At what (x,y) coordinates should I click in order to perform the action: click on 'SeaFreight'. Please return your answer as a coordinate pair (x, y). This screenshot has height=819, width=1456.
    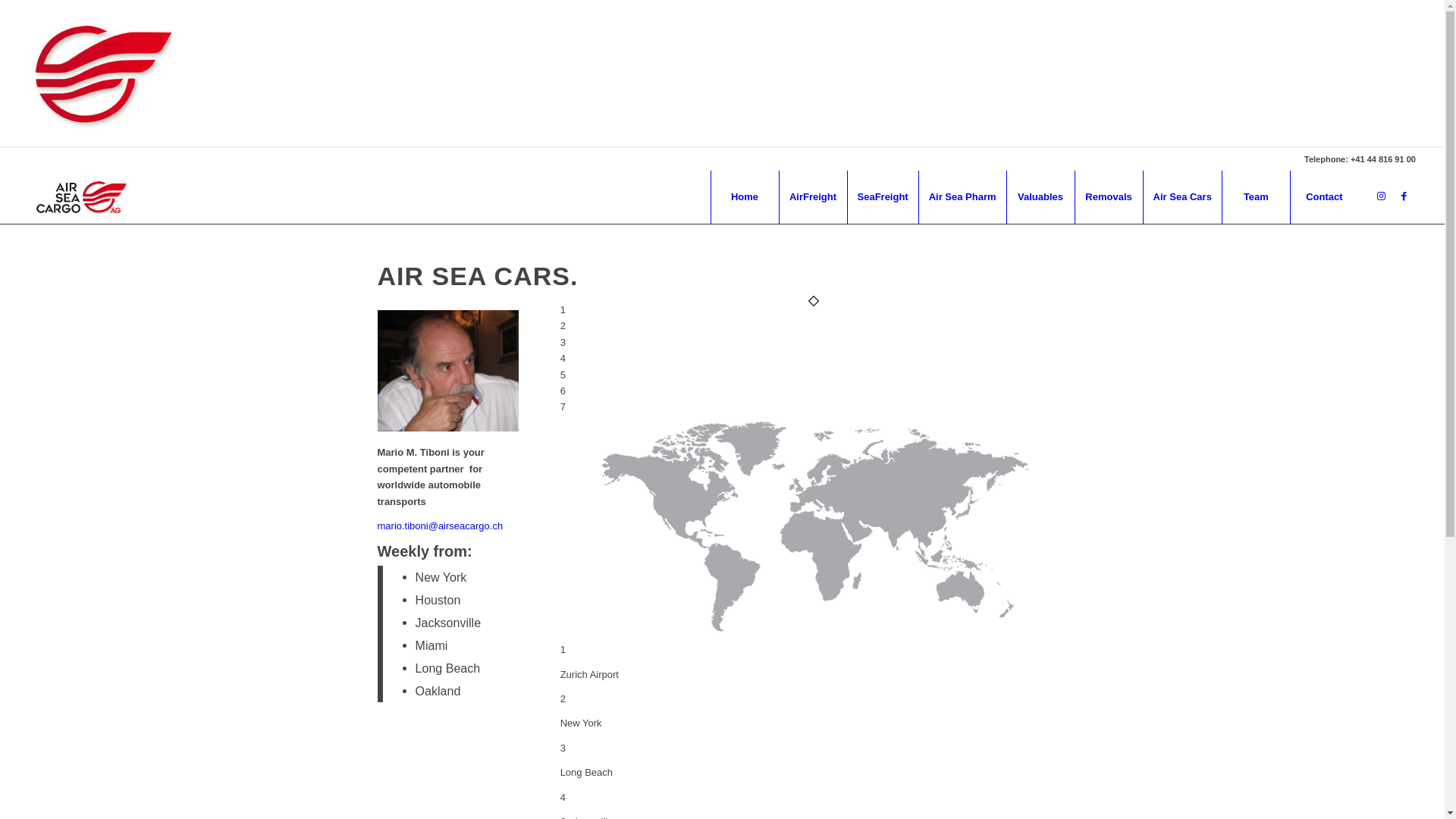
    Looking at the image, I should click on (846, 196).